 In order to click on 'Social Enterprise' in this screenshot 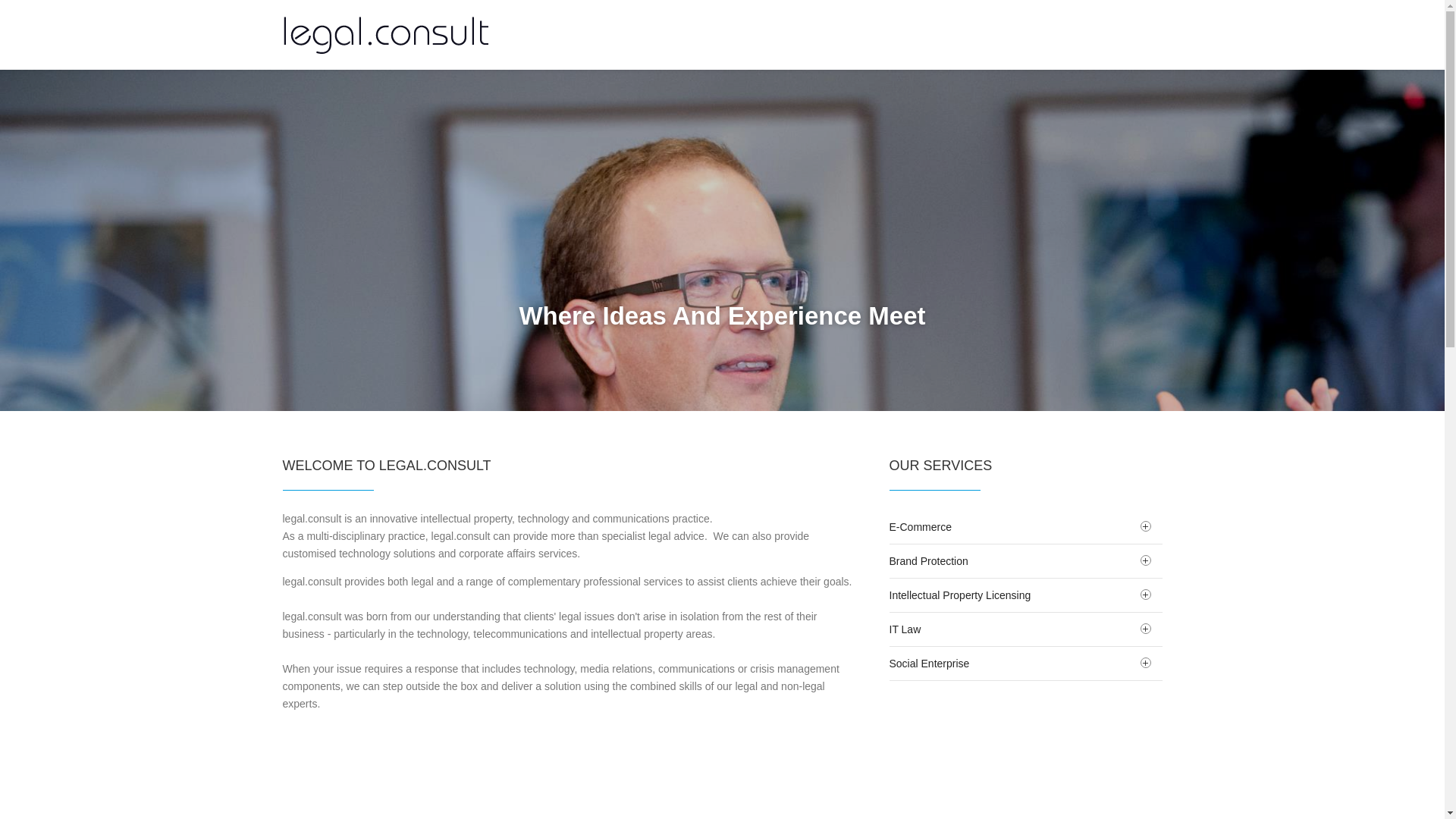, I will do `click(888, 663)`.